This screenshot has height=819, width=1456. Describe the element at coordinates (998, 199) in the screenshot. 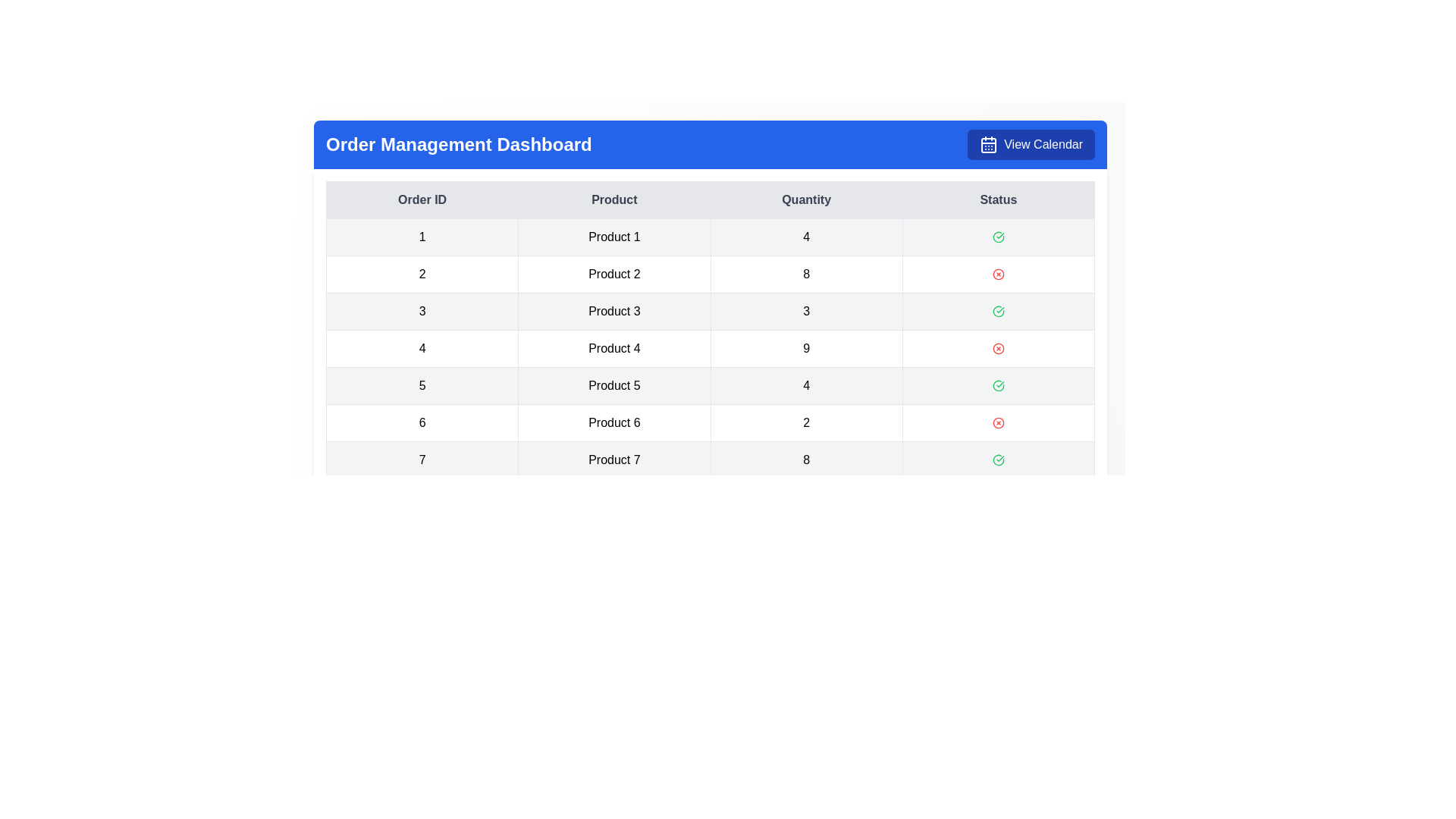

I see `the table header Status to sort or filter the data` at that location.